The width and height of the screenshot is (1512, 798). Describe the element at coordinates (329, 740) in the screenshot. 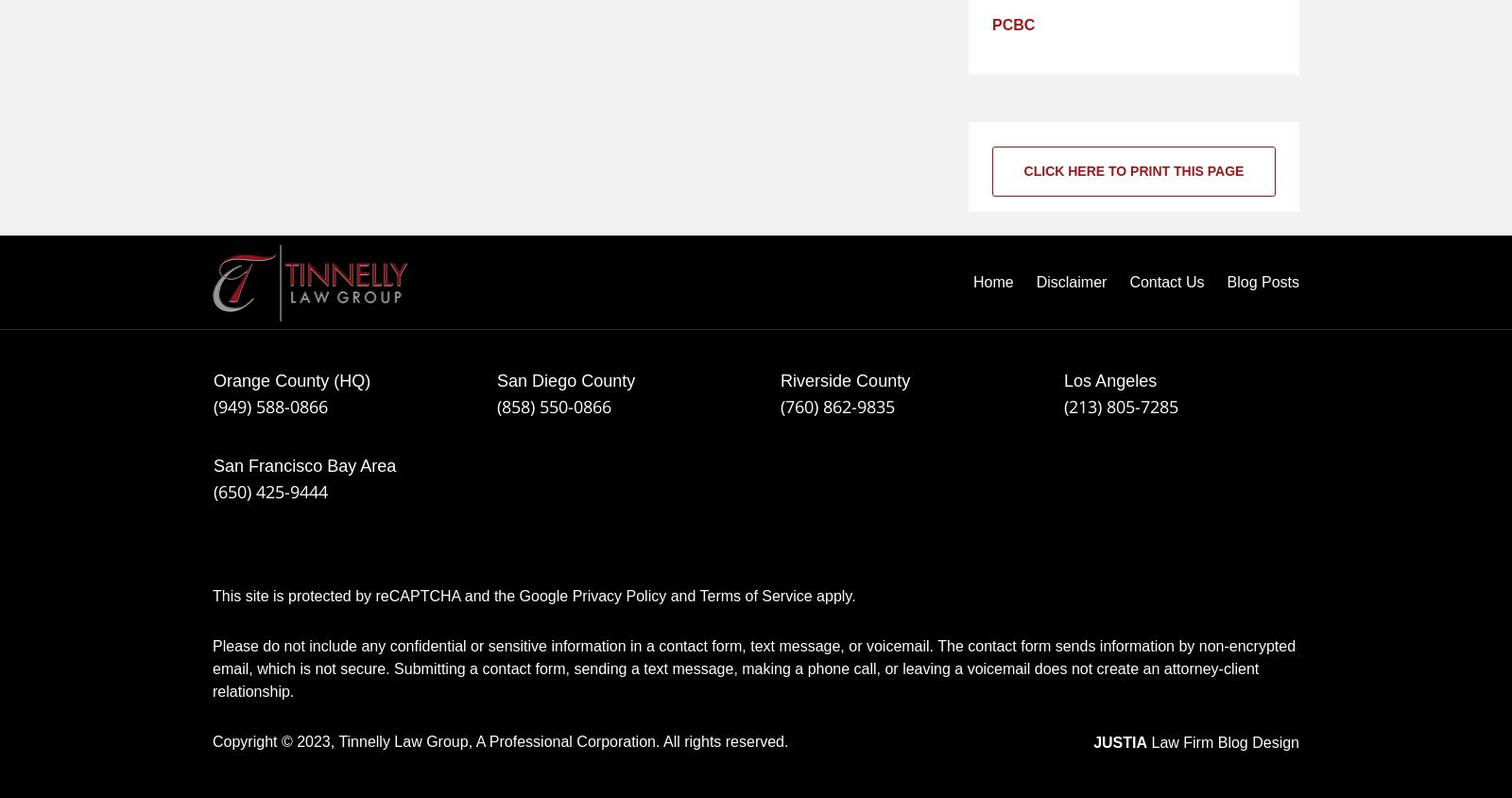

I see `','` at that location.